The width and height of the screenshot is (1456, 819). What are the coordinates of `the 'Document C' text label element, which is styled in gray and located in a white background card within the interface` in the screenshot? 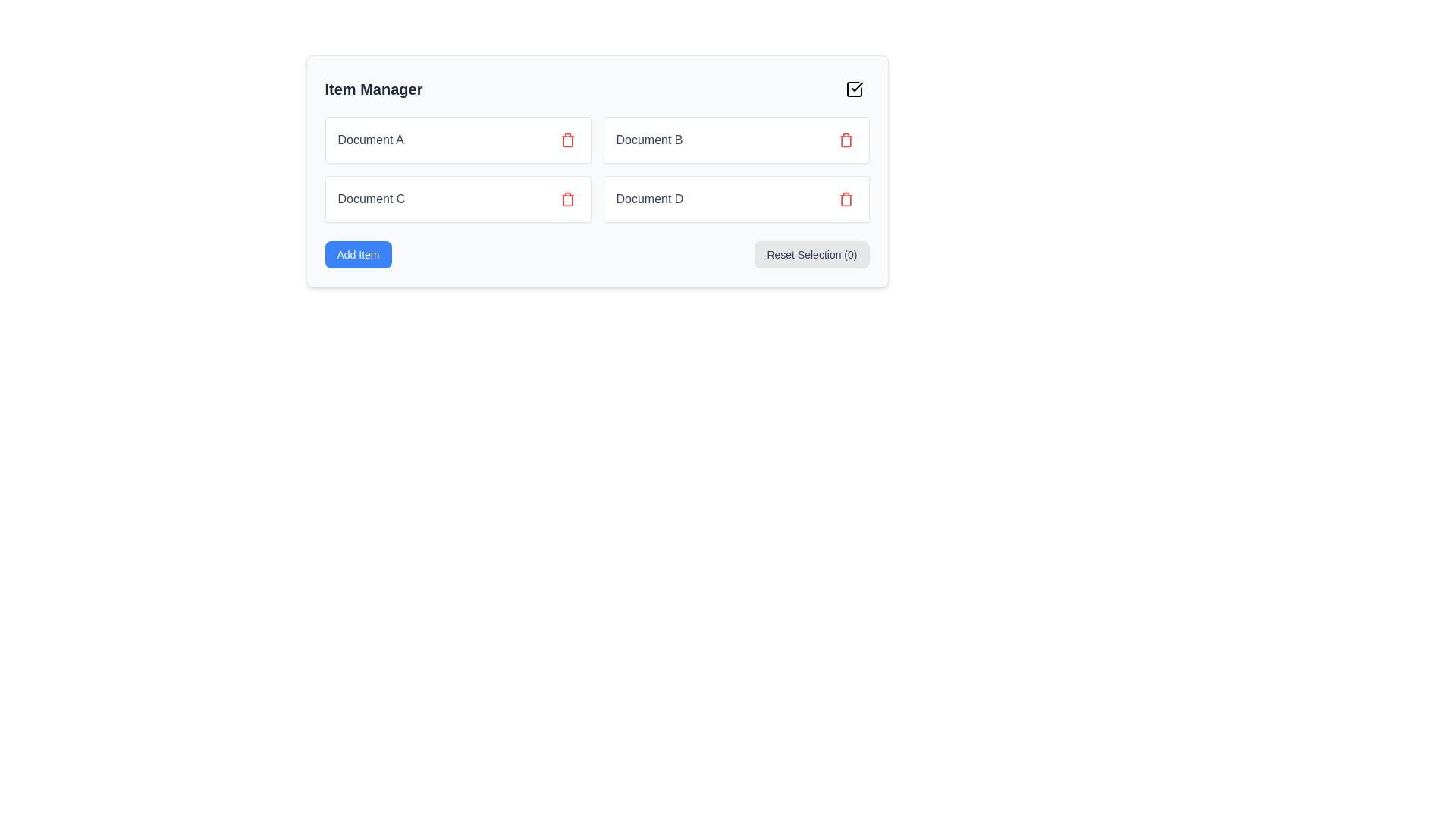 It's located at (371, 198).